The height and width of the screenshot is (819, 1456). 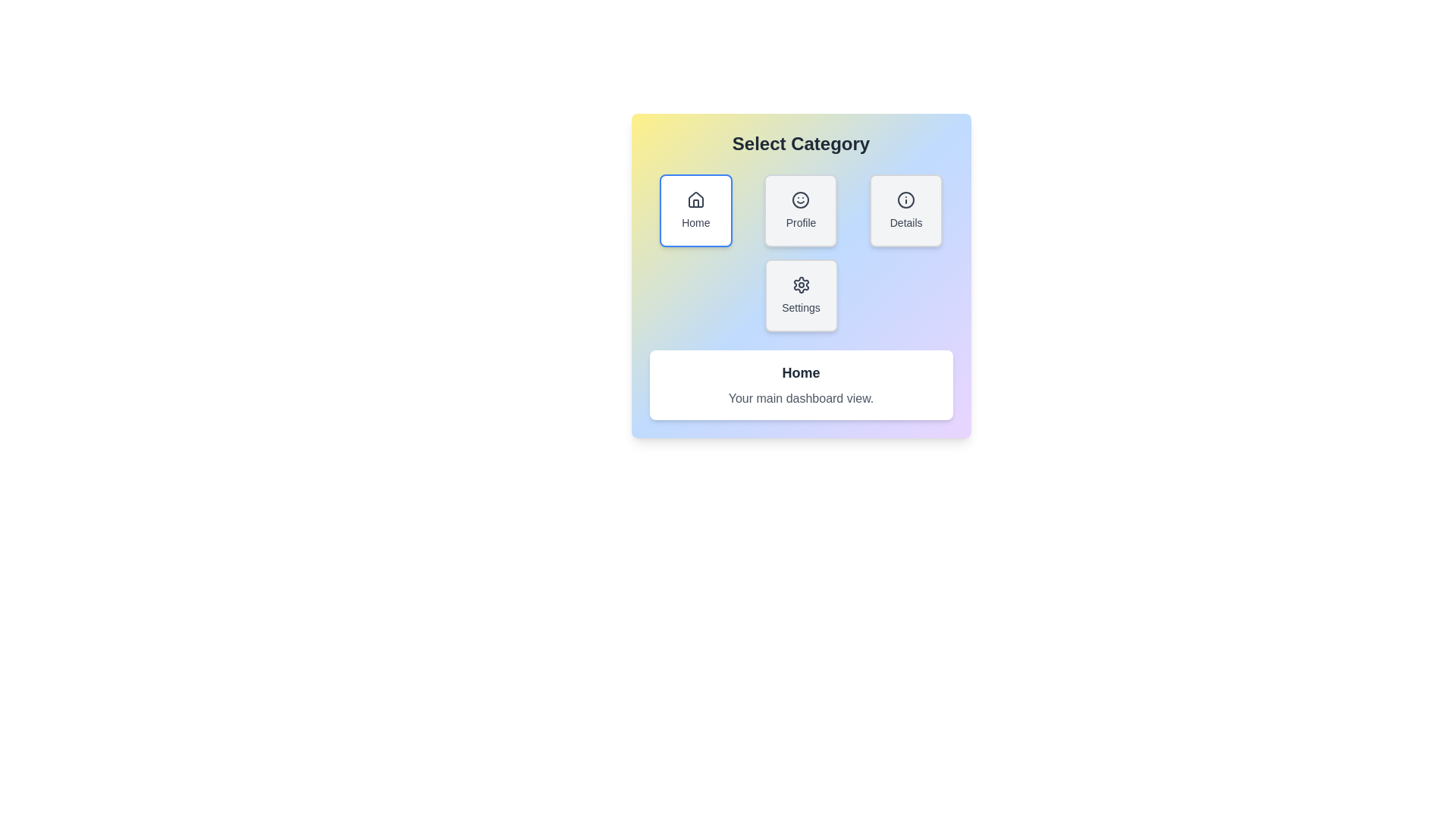 What do you see at coordinates (800, 397) in the screenshot?
I see `text element stating 'Your main dashboard view.' which is located under the 'Home' label in a white box with rounded corners` at bounding box center [800, 397].